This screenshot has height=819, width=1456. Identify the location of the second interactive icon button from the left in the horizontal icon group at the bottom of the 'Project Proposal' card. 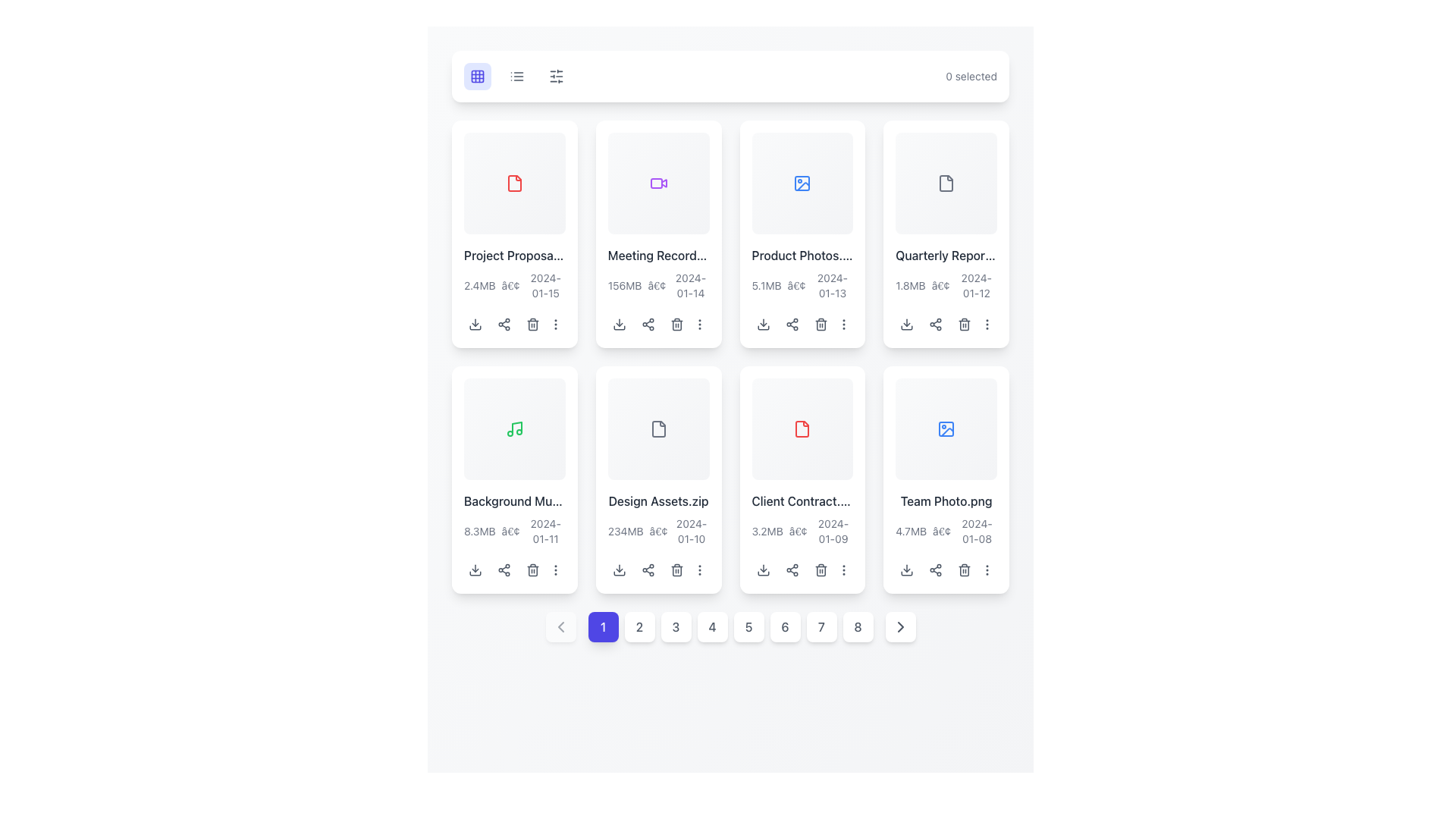
(504, 323).